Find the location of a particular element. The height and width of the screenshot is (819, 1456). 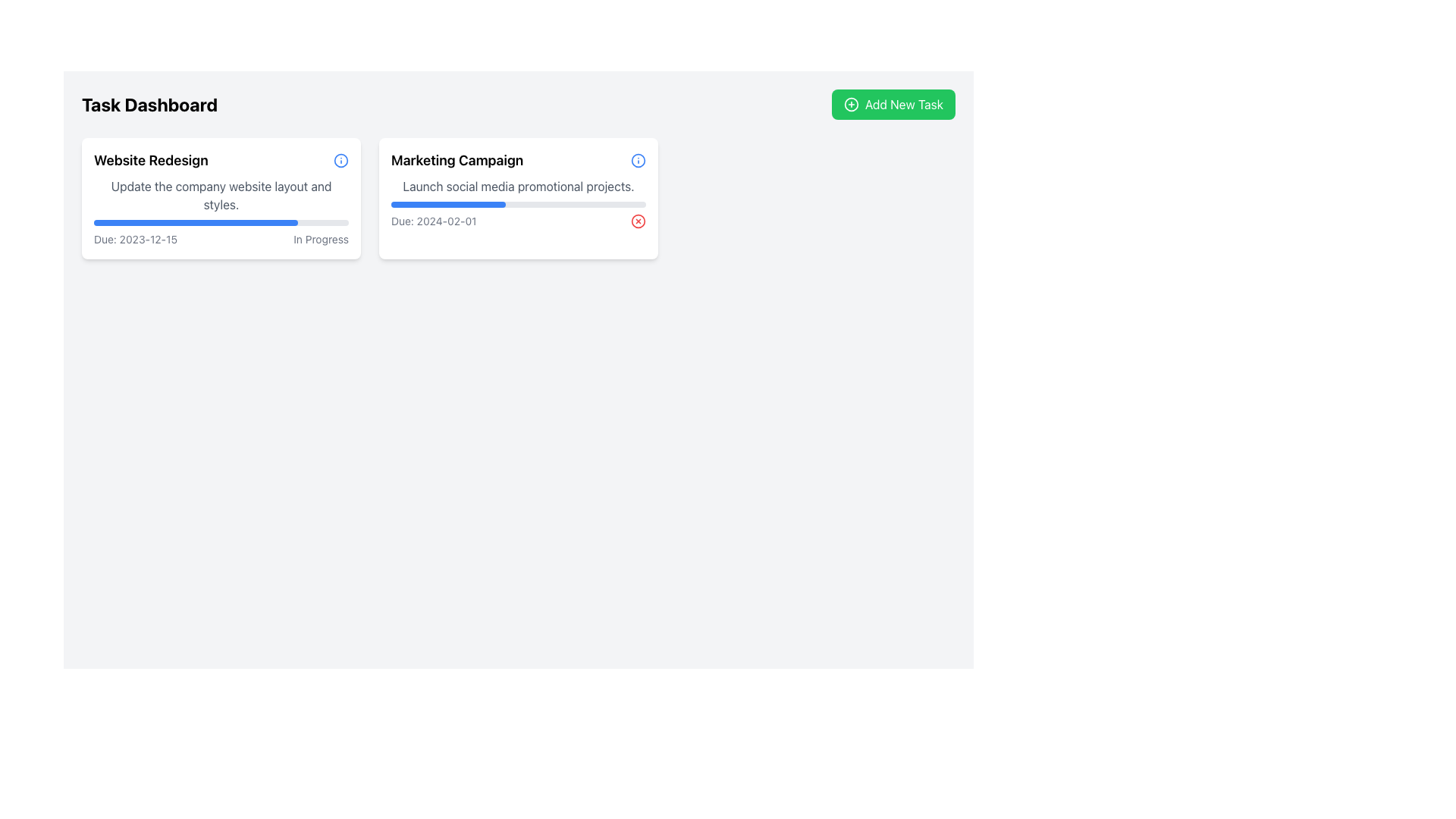

text of the status indicator located at the bottom-right of the 'Website Redesign' card, adjacent to the due date of '2023-12-15' is located at coordinates (320, 239).